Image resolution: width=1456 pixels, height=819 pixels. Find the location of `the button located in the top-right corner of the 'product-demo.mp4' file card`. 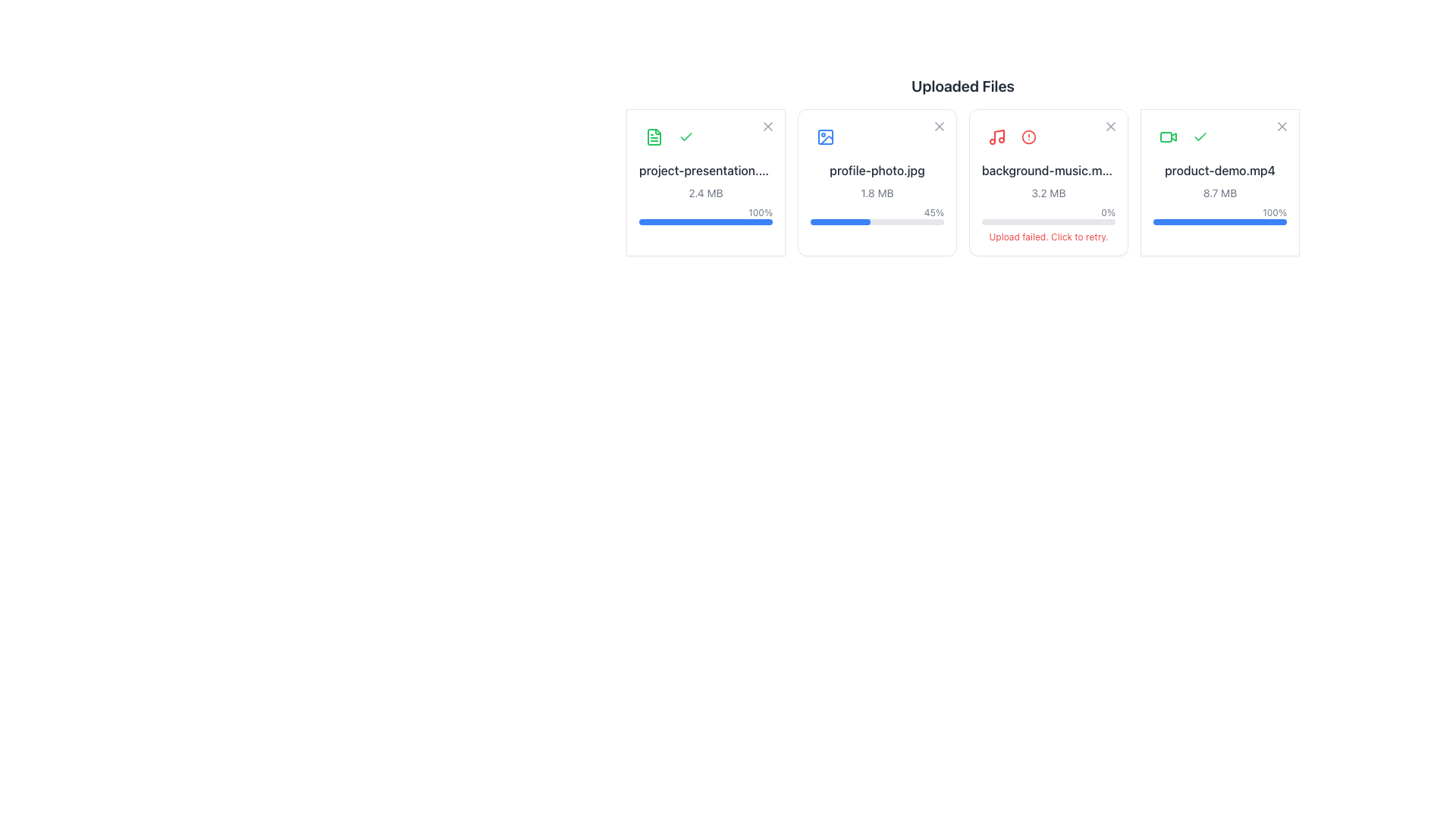

the button located in the top-right corner of the 'product-demo.mp4' file card is located at coordinates (1281, 127).